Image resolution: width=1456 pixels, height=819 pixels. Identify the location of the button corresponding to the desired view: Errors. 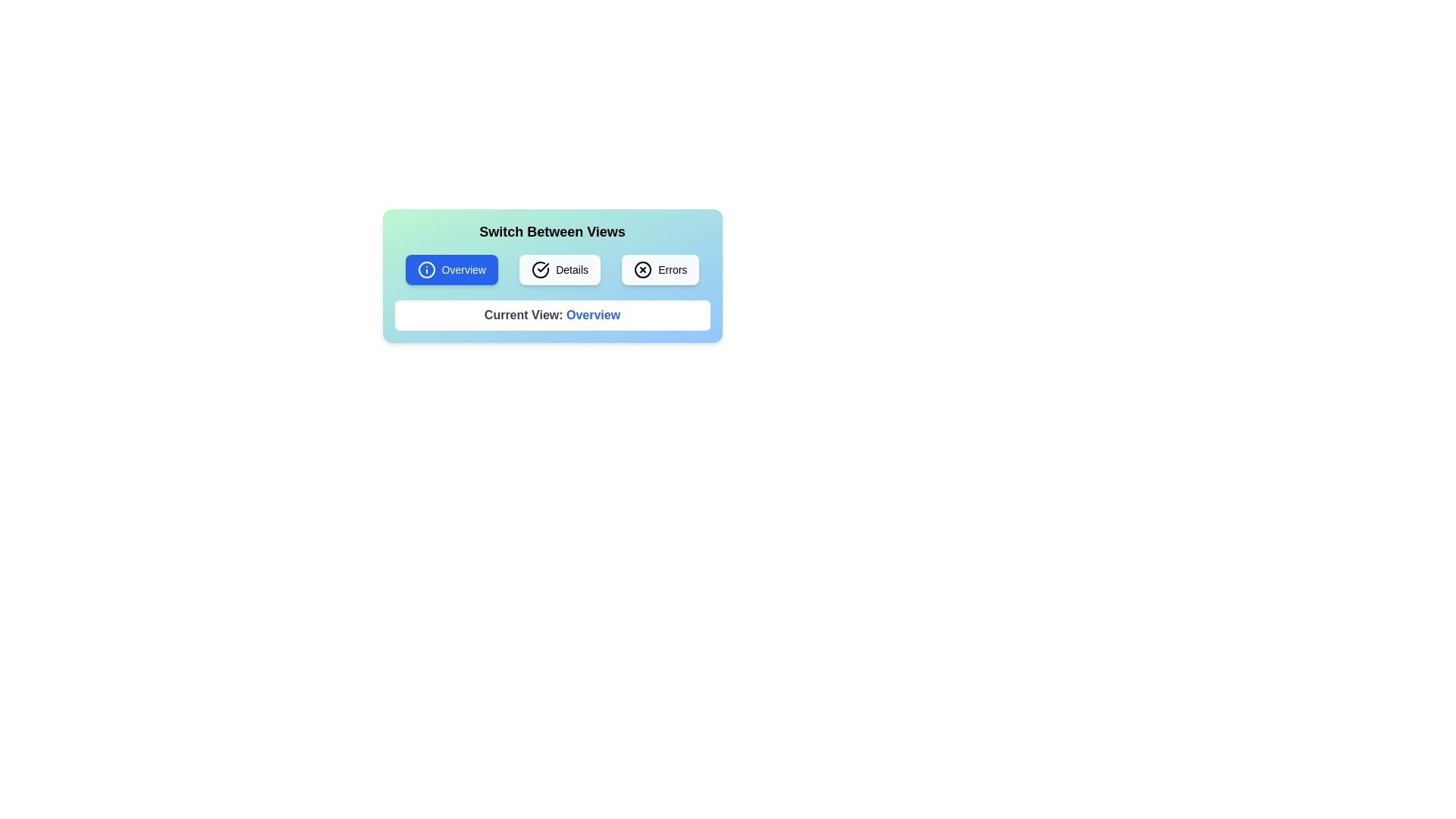
(661, 268).